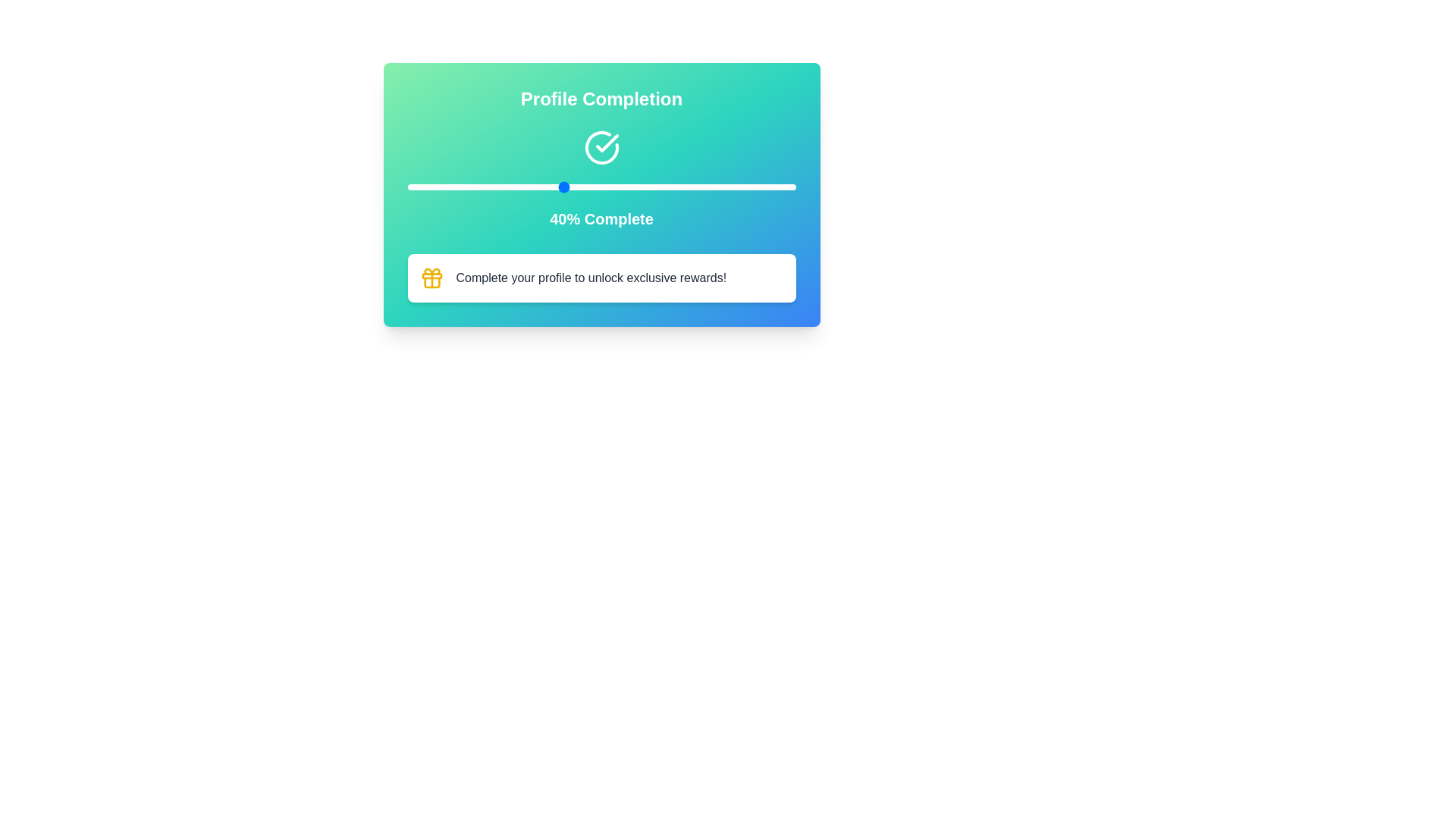 The height and width of the screenshot is (819, 1456). Describe the element at coordinates (644, 186) in the screenshot. I see `the slider to set the completion percentage to 61` at that location.